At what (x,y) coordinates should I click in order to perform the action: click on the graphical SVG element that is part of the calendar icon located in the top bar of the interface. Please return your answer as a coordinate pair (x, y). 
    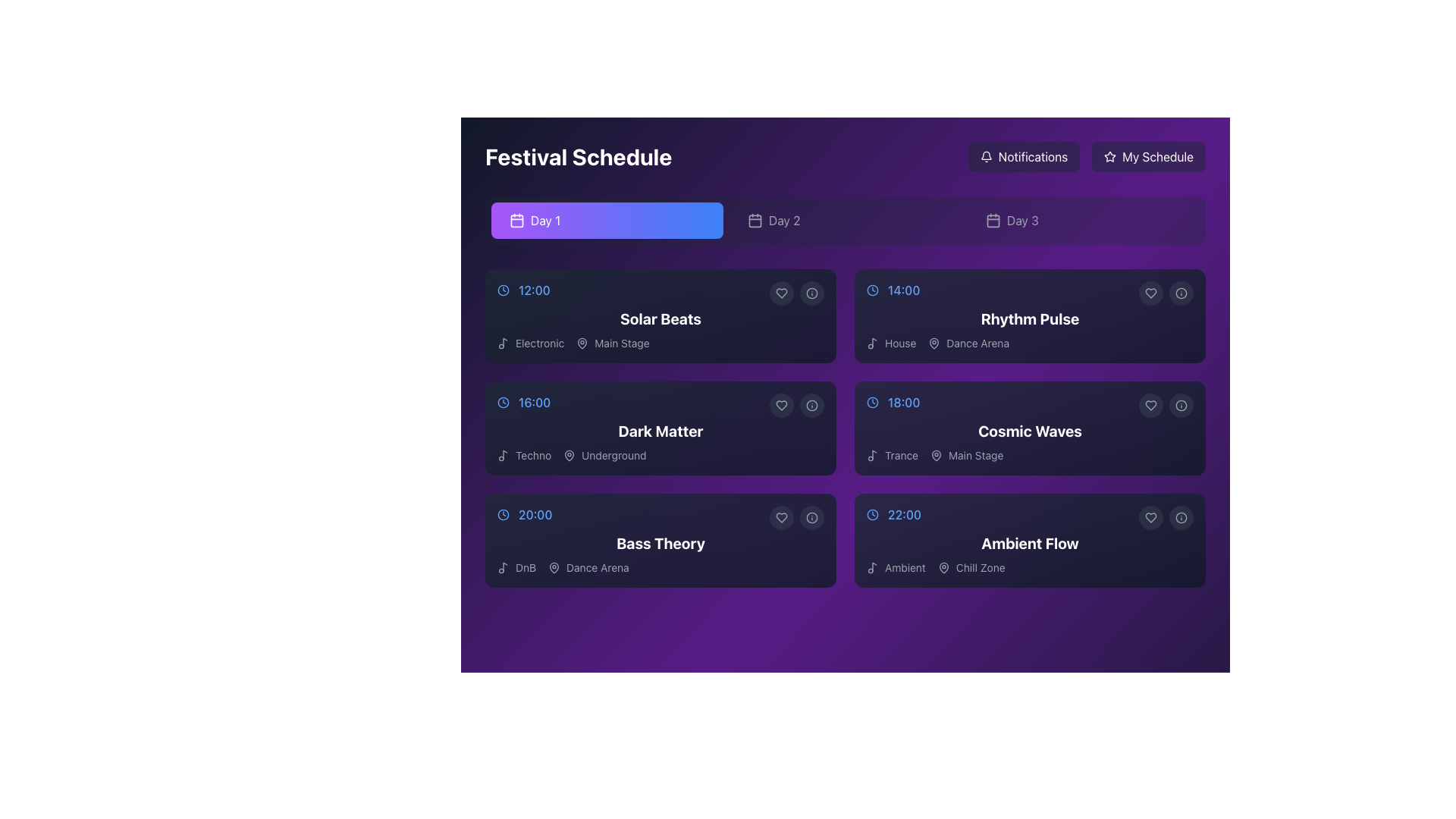
    Looking at the image, I should click on (755, 220).